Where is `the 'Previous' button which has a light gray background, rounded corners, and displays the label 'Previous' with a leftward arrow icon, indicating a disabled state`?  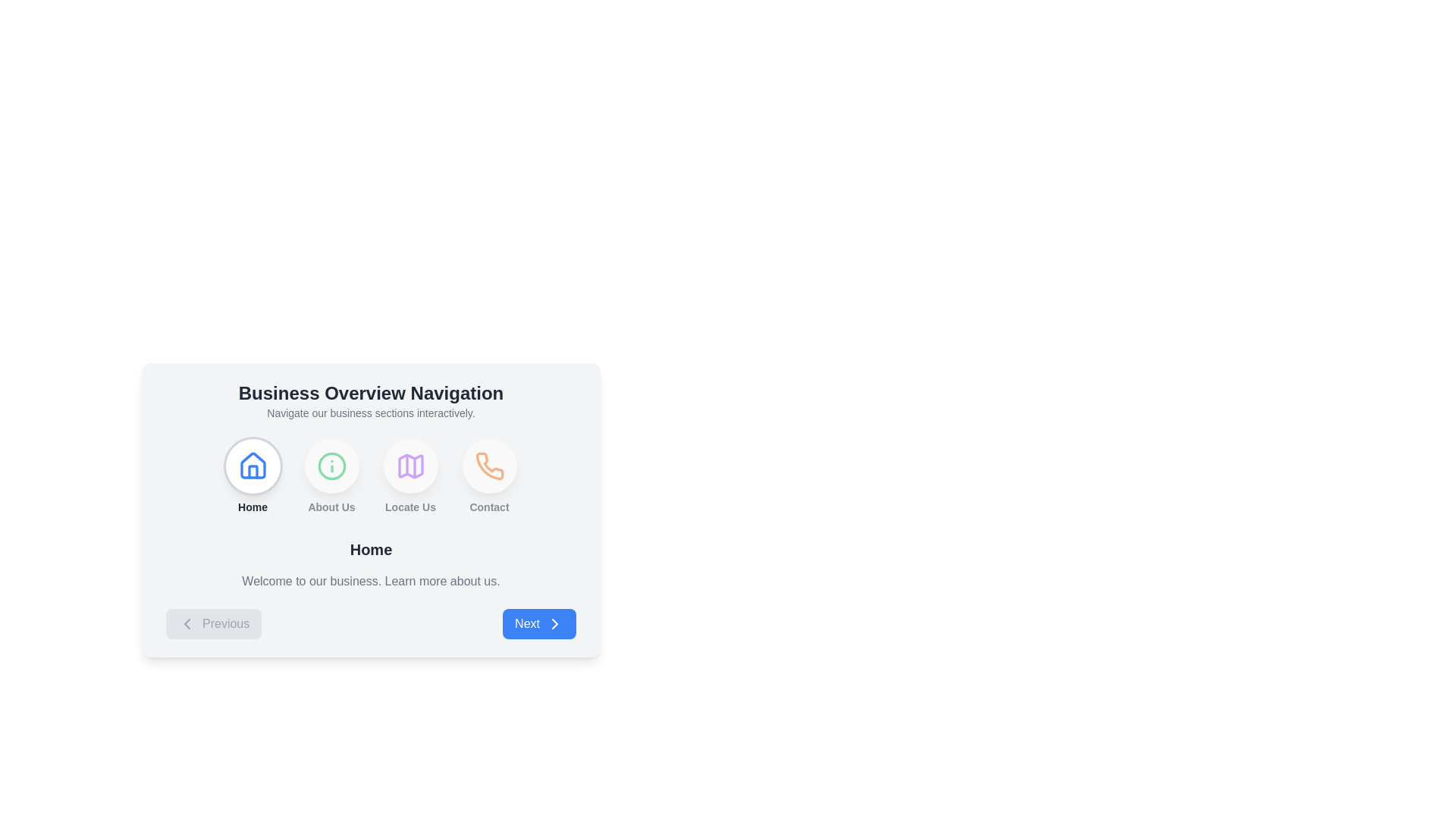 the 'Previous' button which has a light gray background, rounded corners, and displays the label 'Previous' with a leftward arrow icon, indicating a disabled state is located at coordinates (213, 623).